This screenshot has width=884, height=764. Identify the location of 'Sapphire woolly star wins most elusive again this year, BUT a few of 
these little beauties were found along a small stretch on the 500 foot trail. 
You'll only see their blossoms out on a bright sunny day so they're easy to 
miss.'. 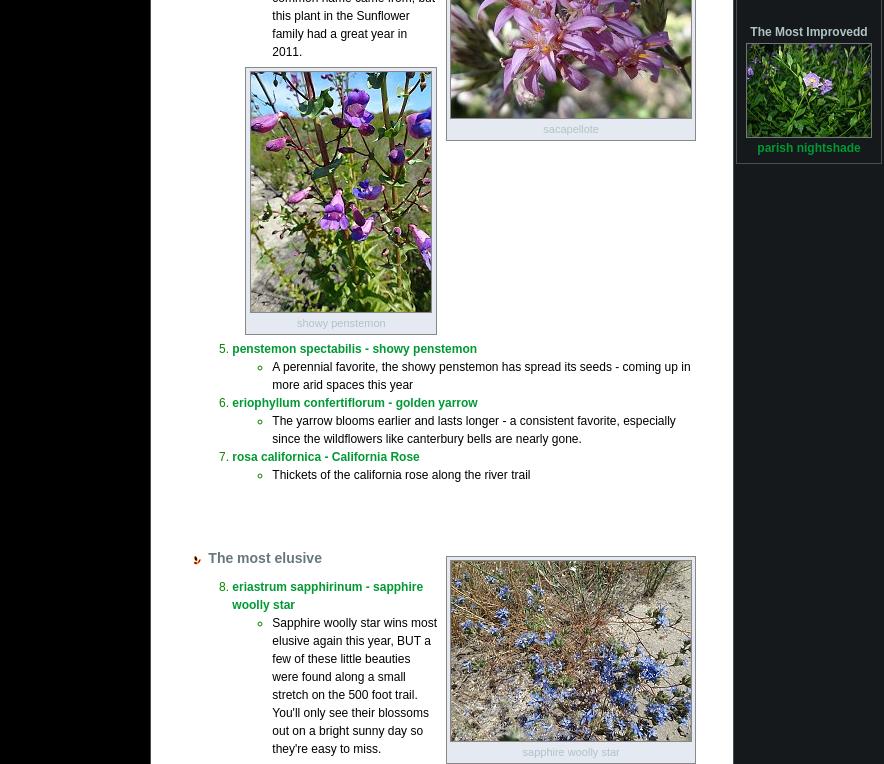
(353, 684).